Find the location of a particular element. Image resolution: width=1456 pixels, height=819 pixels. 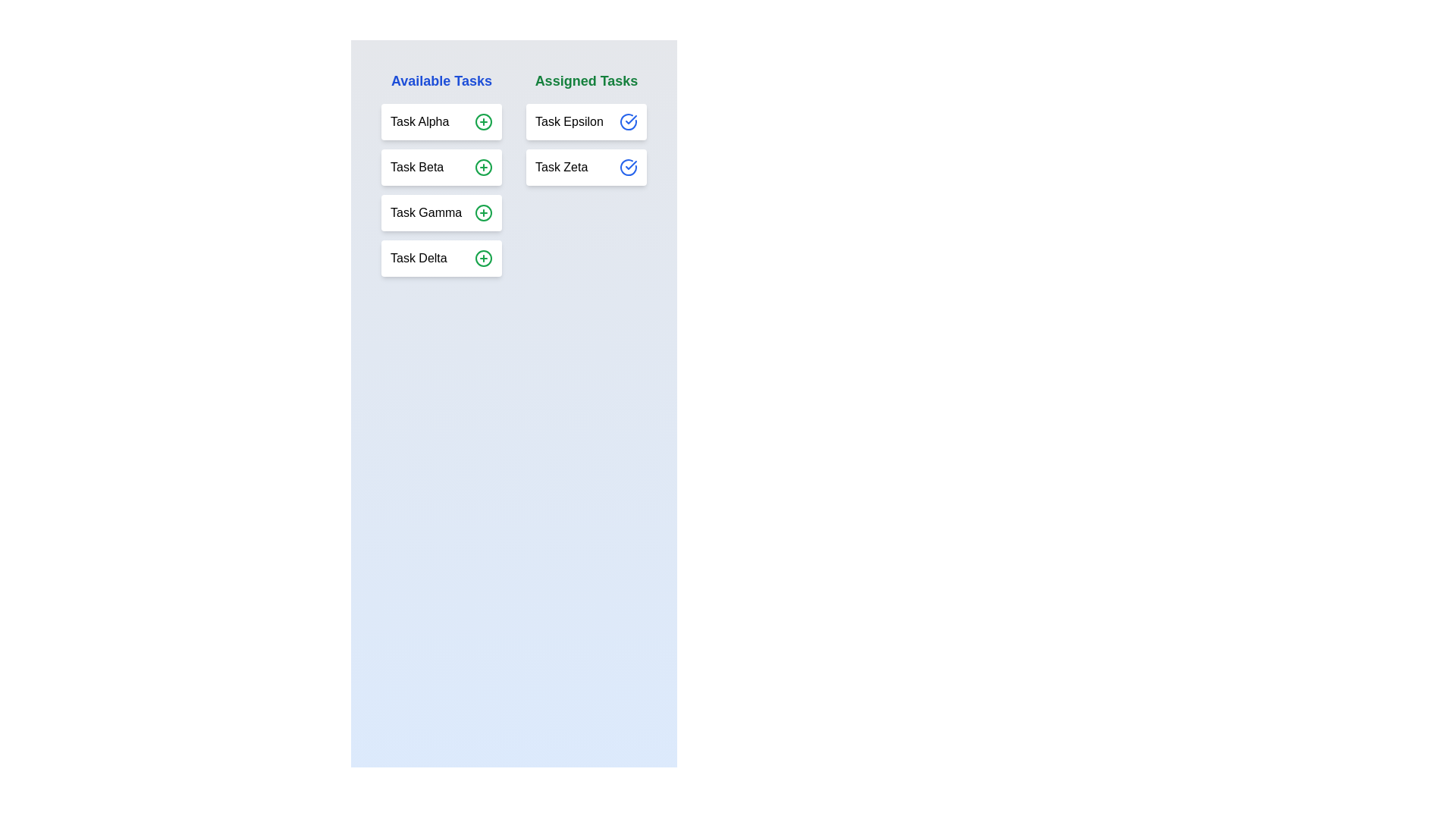

plus icon next to the task Task Beta to assign it is located at coordinates (483, 167).